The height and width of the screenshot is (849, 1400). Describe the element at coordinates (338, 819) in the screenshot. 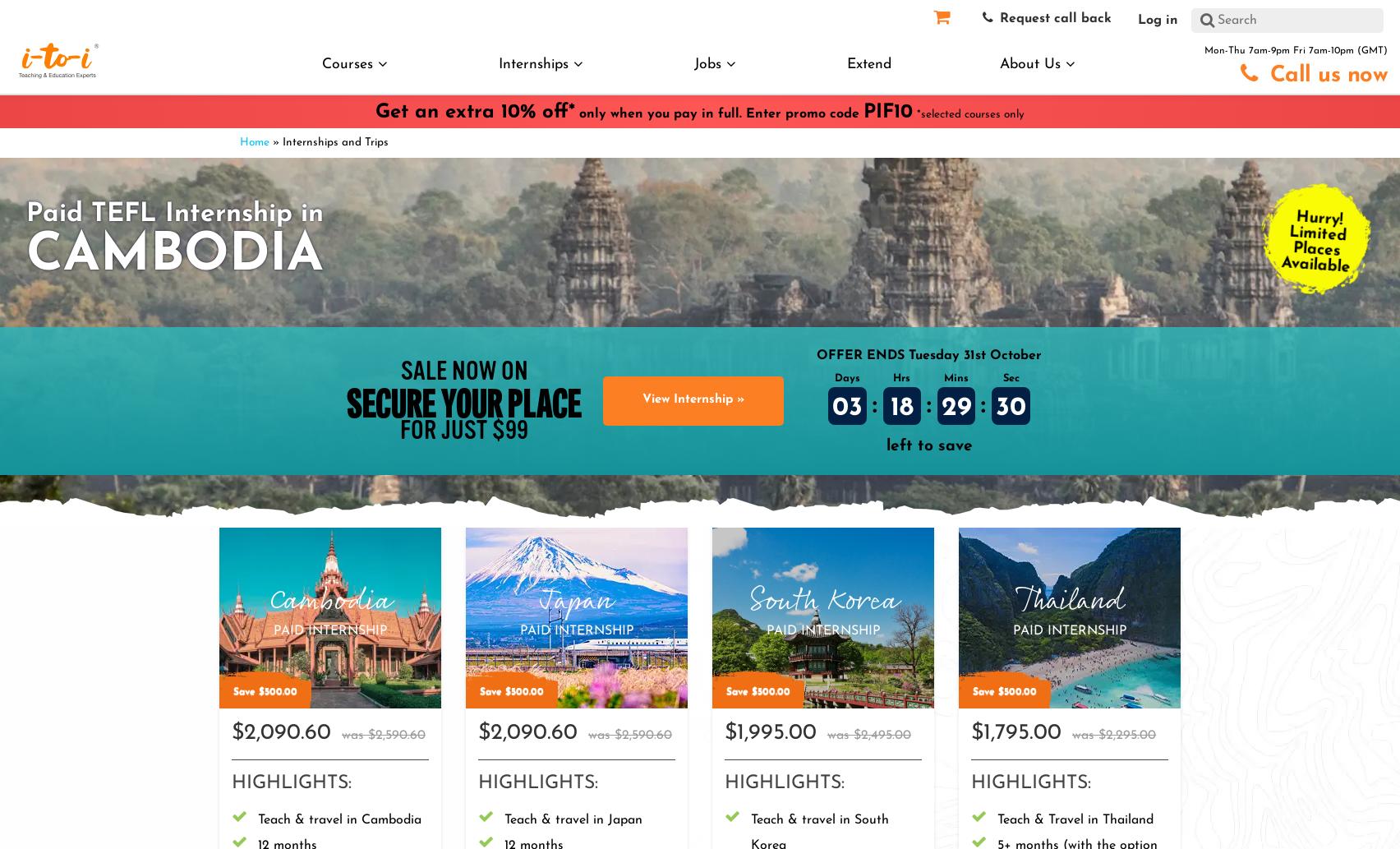

I see `'Teach & travel in Cambodia'` at that location.